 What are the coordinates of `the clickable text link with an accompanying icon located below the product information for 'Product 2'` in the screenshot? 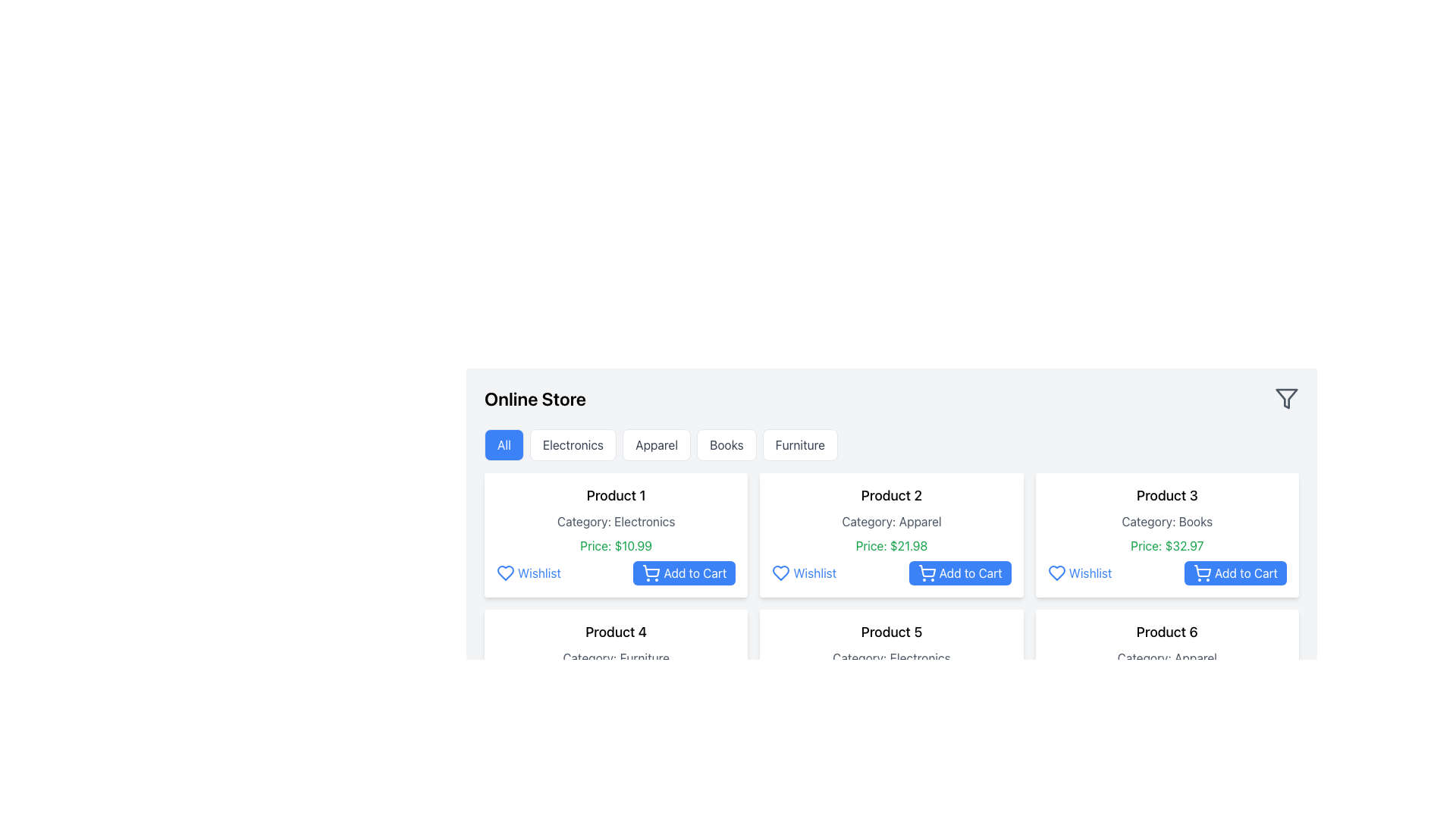 It's located at (803, 573).